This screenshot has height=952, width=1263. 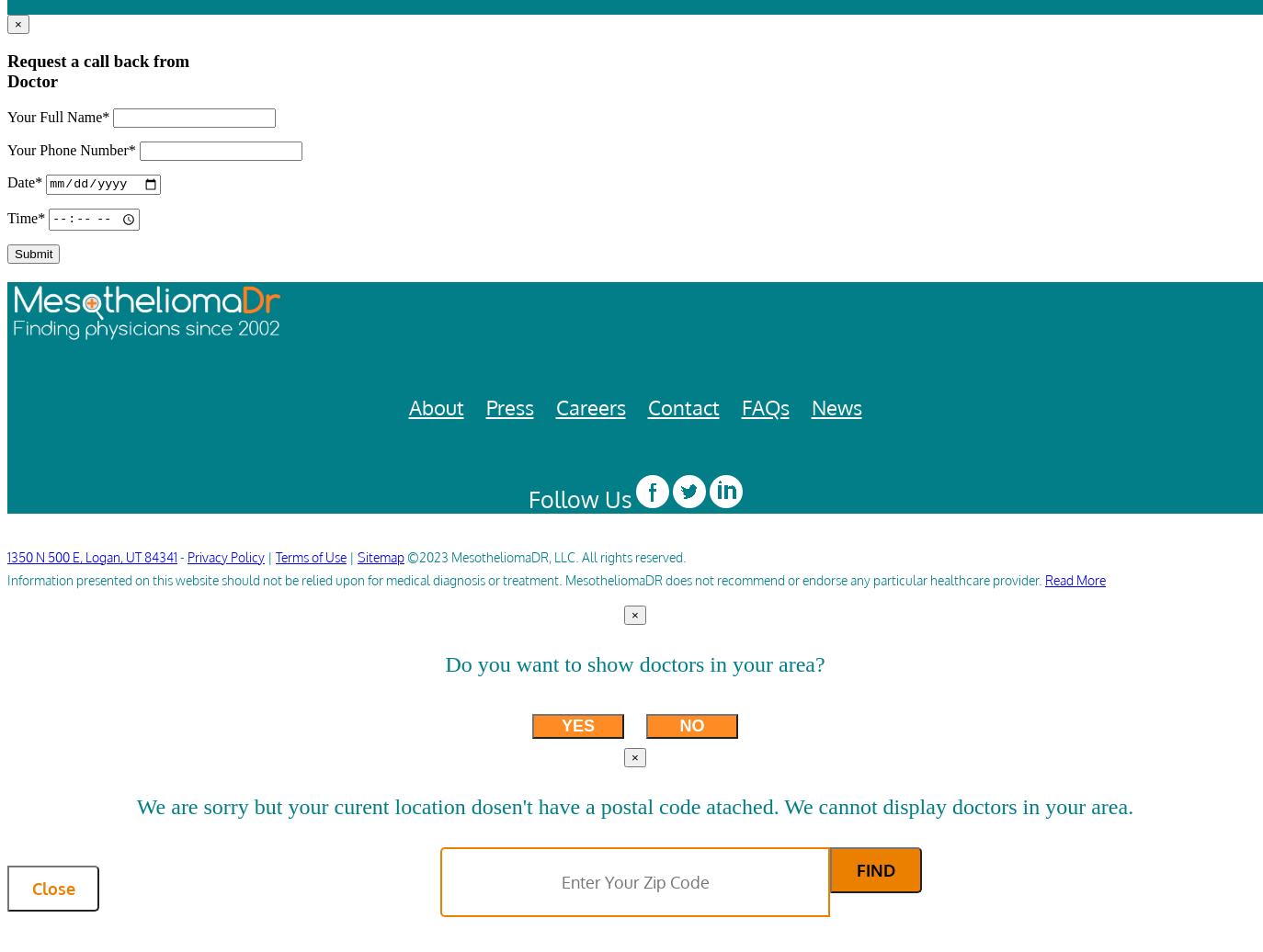 What do you see at coordinates (51, 889) in the screenshot?
I see `'close'` at bounding box center [51, 889].